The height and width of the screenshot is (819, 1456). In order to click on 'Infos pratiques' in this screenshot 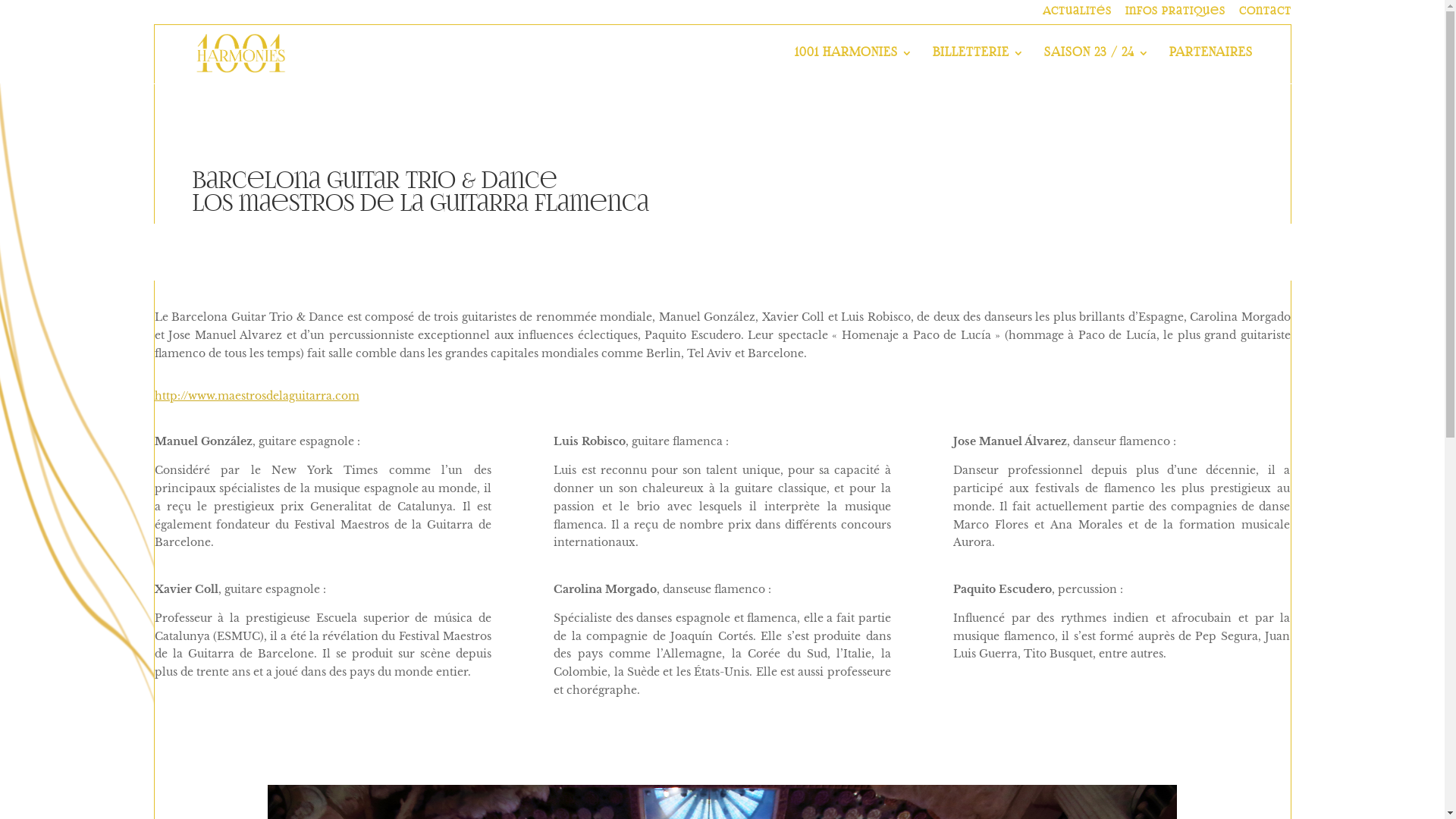, I will do `click(1125, 15)`.